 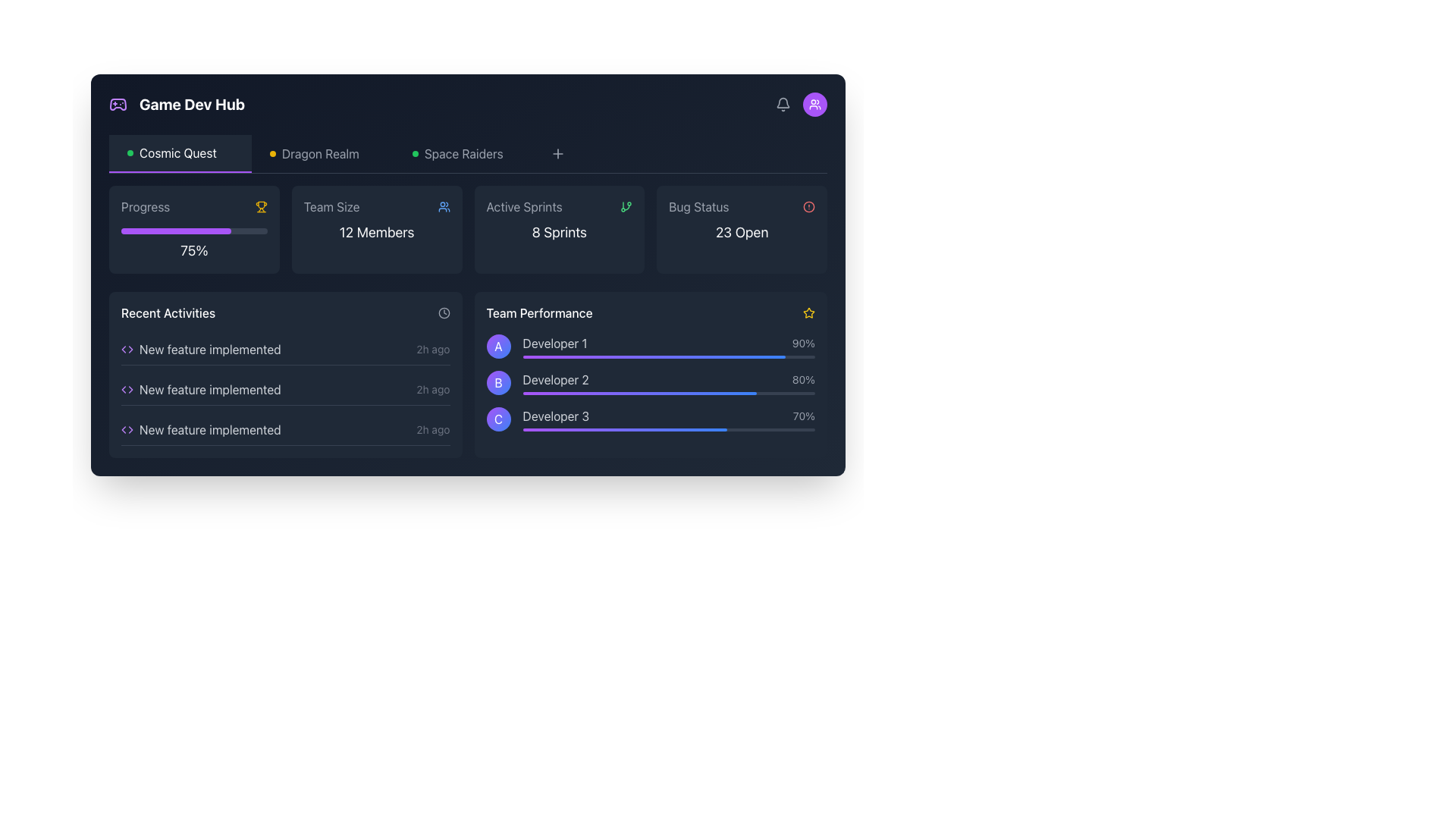 I want to click on the text label that indicates the progress status of a specific task, located in the upper-left section of the main card or panel, so click(x=146, y=207).